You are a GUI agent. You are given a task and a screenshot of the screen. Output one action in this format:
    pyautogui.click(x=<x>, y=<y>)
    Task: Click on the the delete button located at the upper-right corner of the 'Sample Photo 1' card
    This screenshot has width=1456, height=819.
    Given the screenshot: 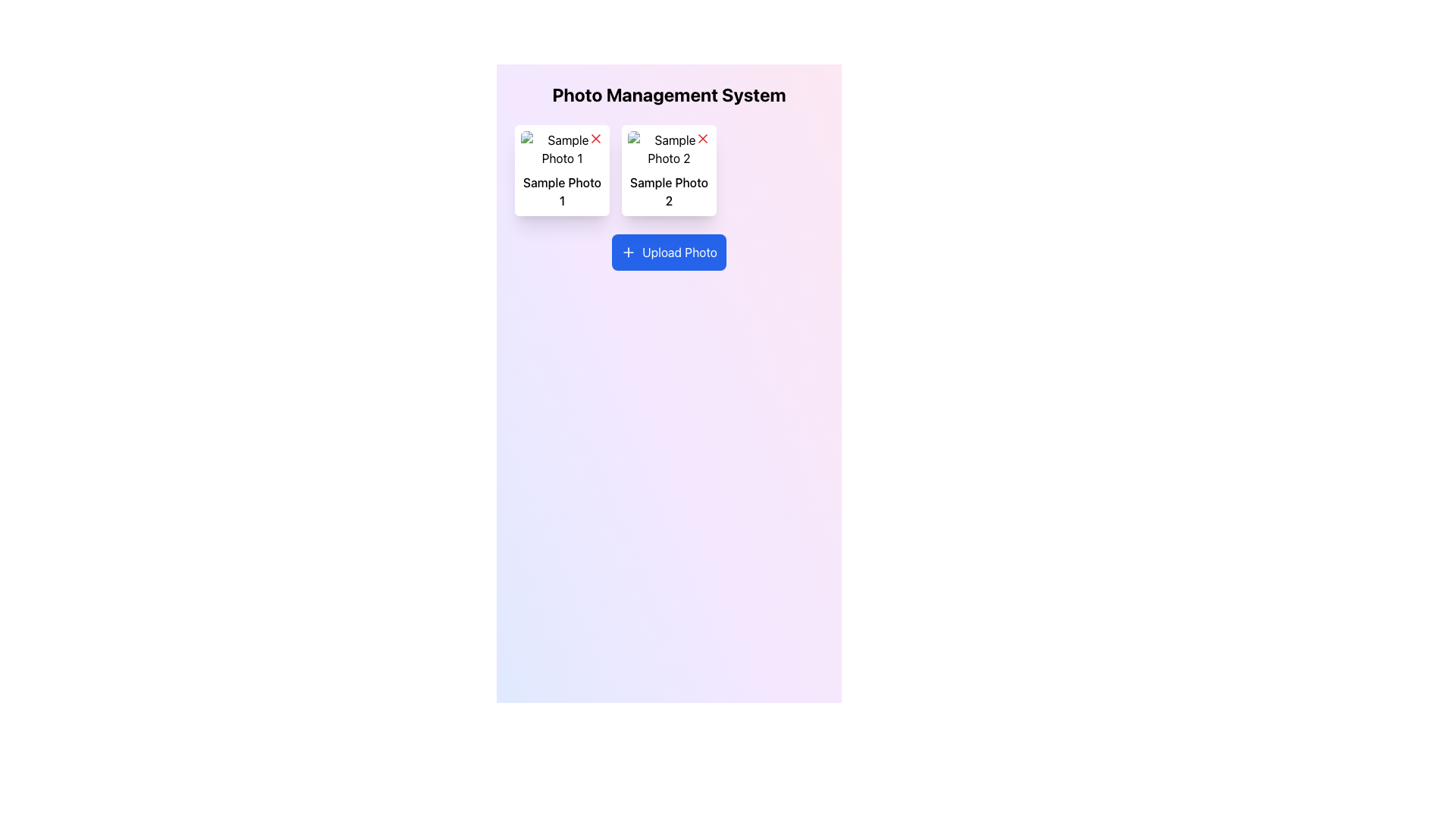 What is the action you would take?
    pyautogui.click(x=595, y=138)
    